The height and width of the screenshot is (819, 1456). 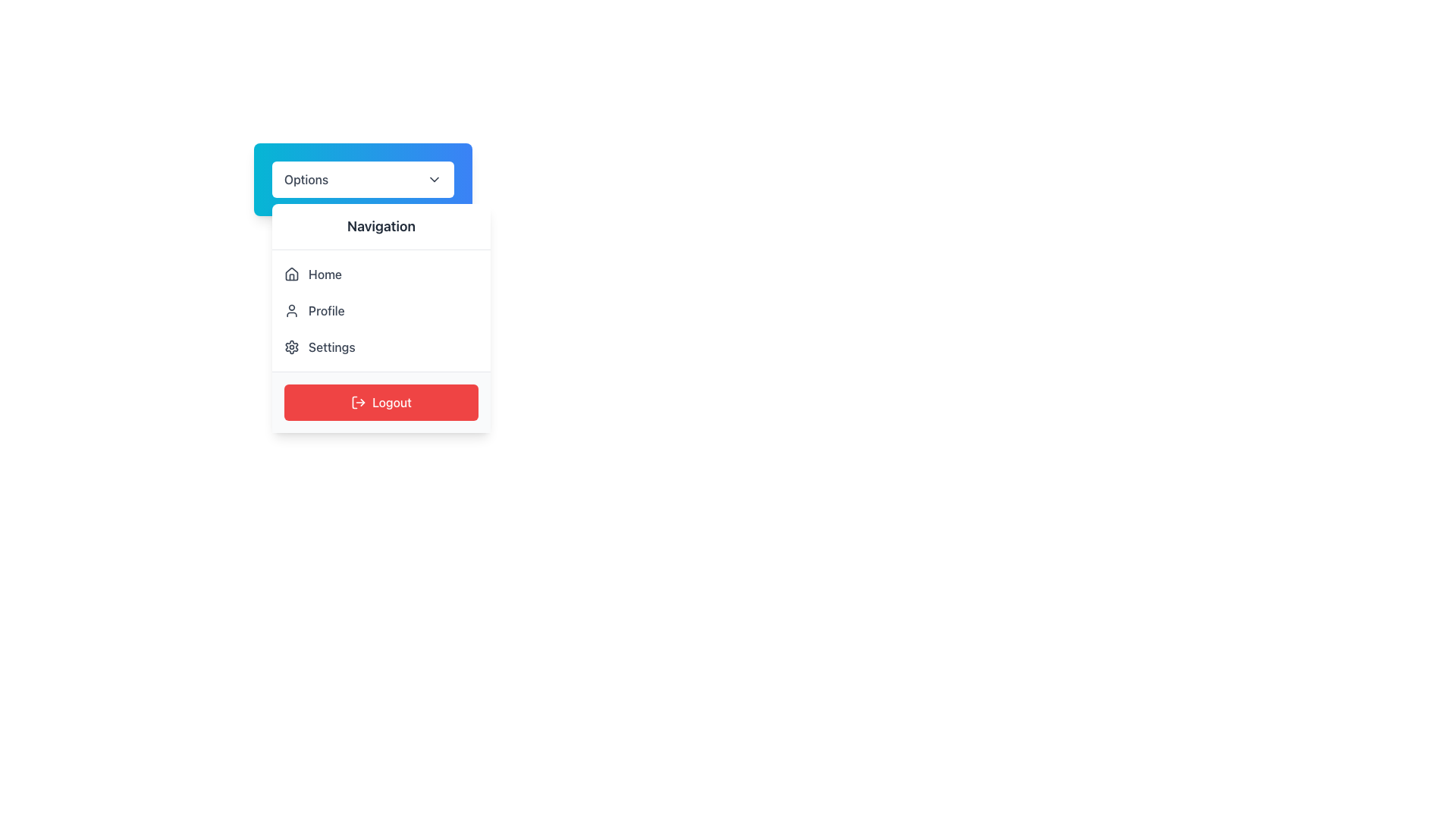 What do you see at coordinates (291, 274) in the screenshot?
I see `the 'Home' icon located within the first entry of the 'Navigation' dropdown menu, which is visually represented as an icon to the left of the text 'Home'` at bounding box center [291, 274].